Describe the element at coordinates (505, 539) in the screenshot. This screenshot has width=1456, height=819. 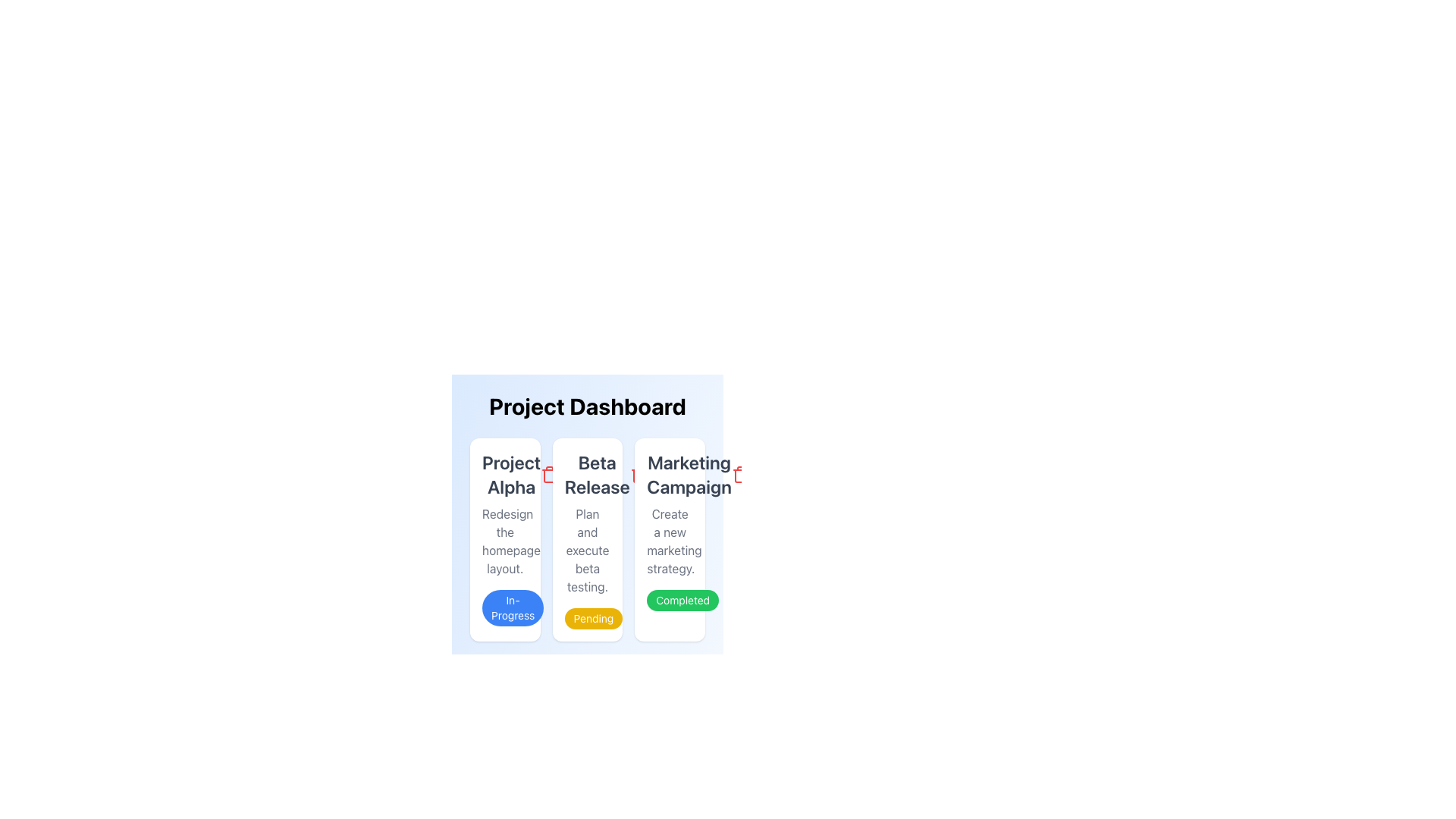
I see `the 'In-Progress' button on the first project card in the grid layout under the 'Project Dashboard' heading` at that location.